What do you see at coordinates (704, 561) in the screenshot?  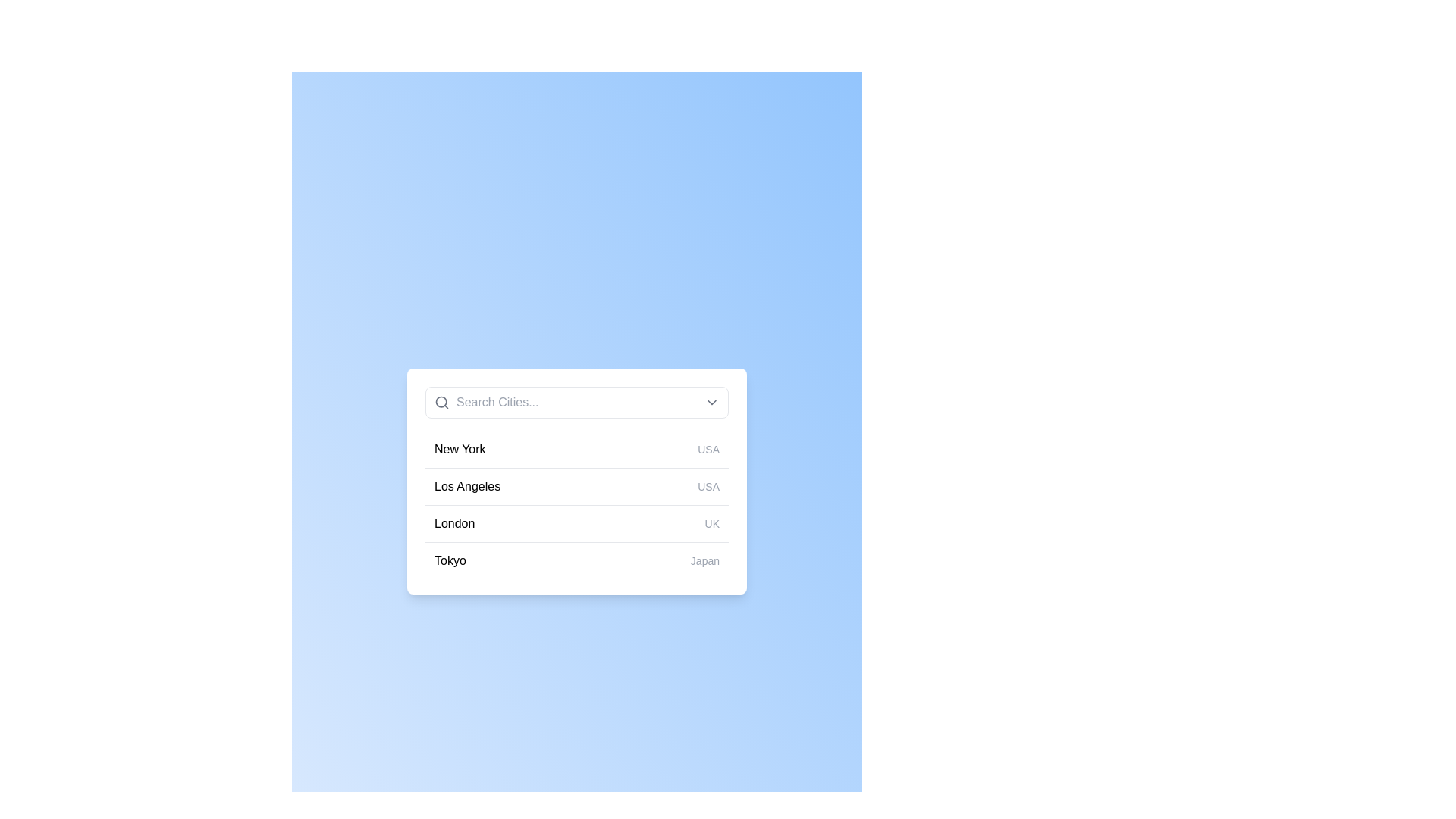 I see `the text label displaying 'Japan', which is located at the end of the row containing 'Tokyo'` at bounding box center [704, 561].